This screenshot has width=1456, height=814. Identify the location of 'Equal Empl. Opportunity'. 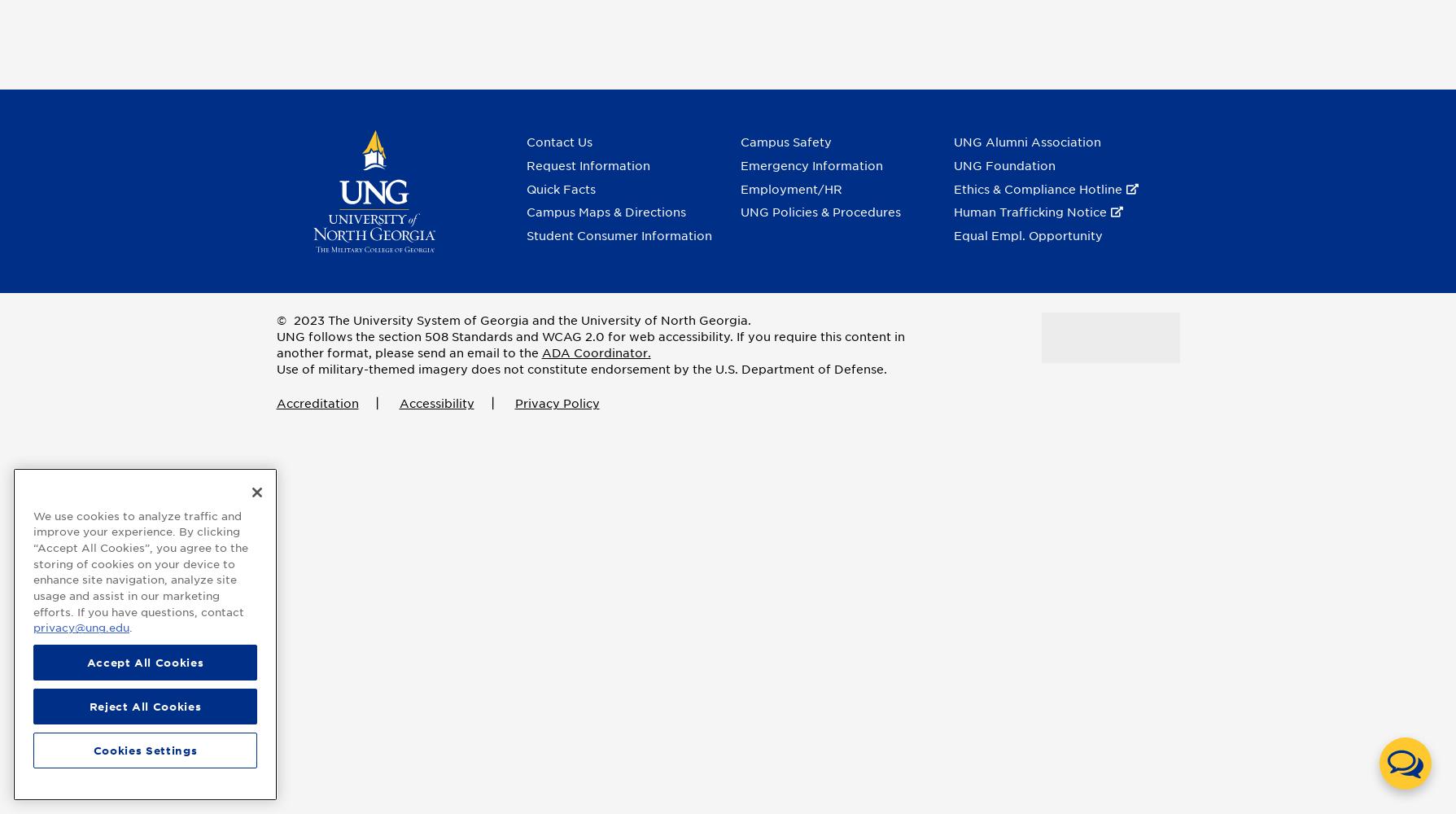
(952, 236).